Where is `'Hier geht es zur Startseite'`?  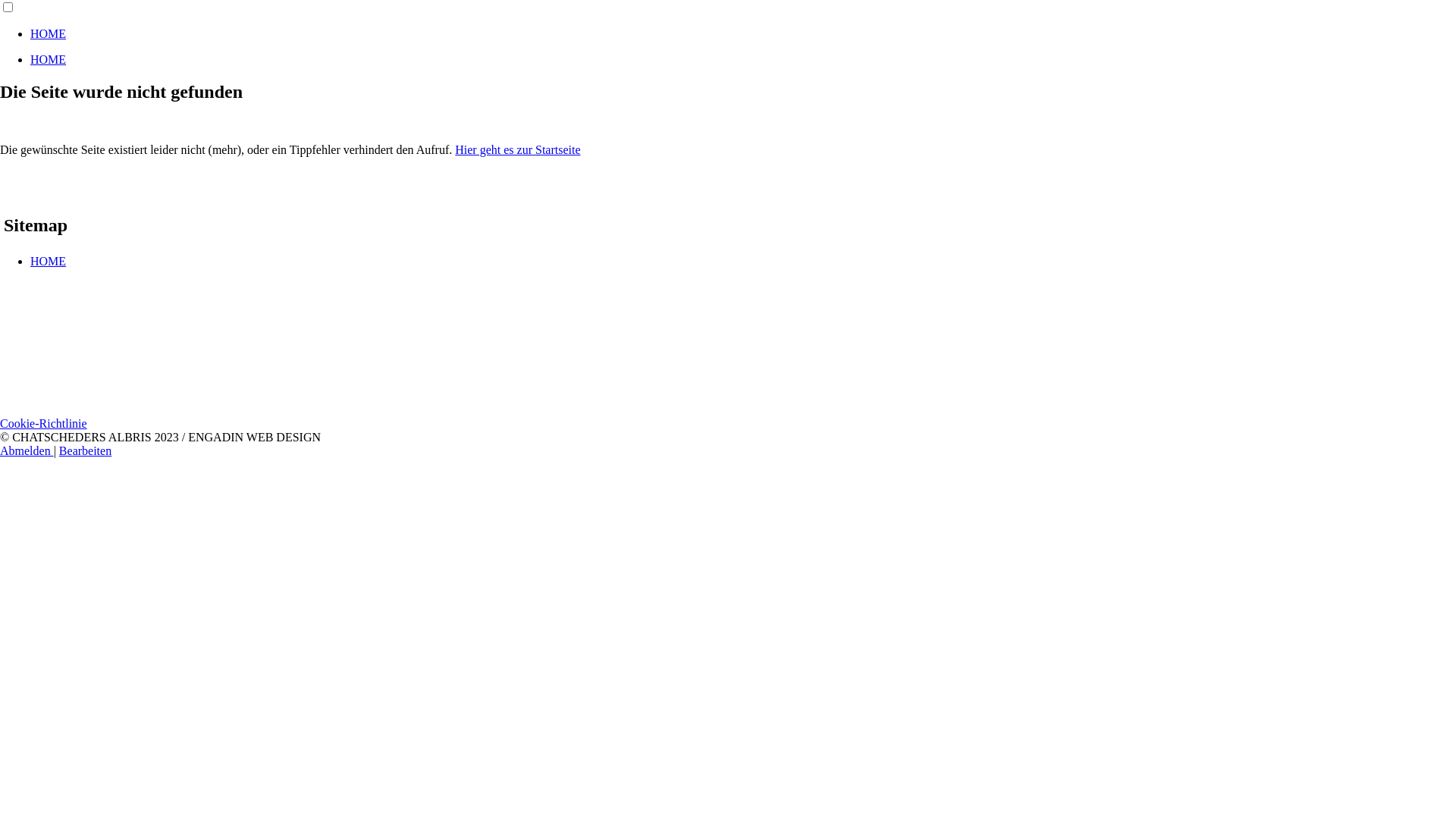 'Hier geht es zur Startseite' is located at coordinates (517, 149).